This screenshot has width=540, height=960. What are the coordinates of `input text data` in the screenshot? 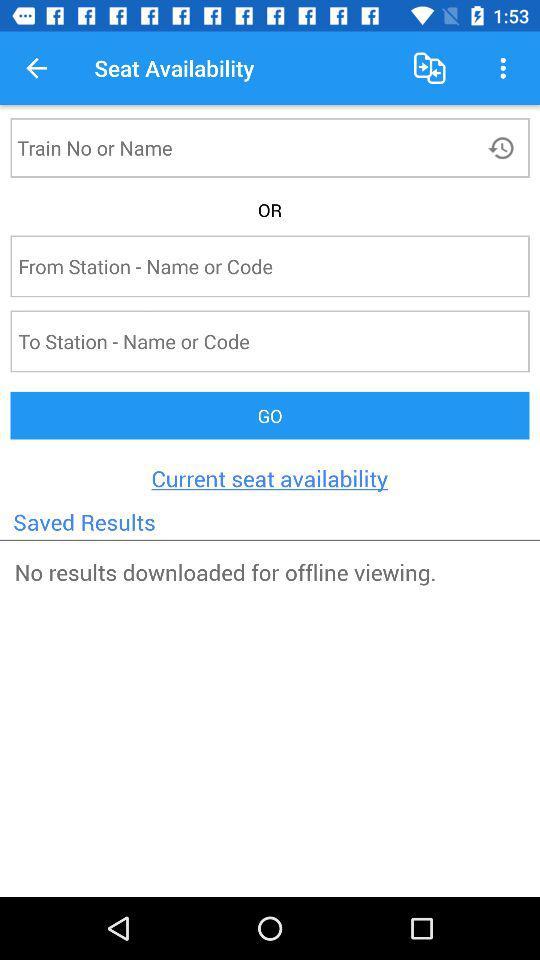 It's located at (232, 146).